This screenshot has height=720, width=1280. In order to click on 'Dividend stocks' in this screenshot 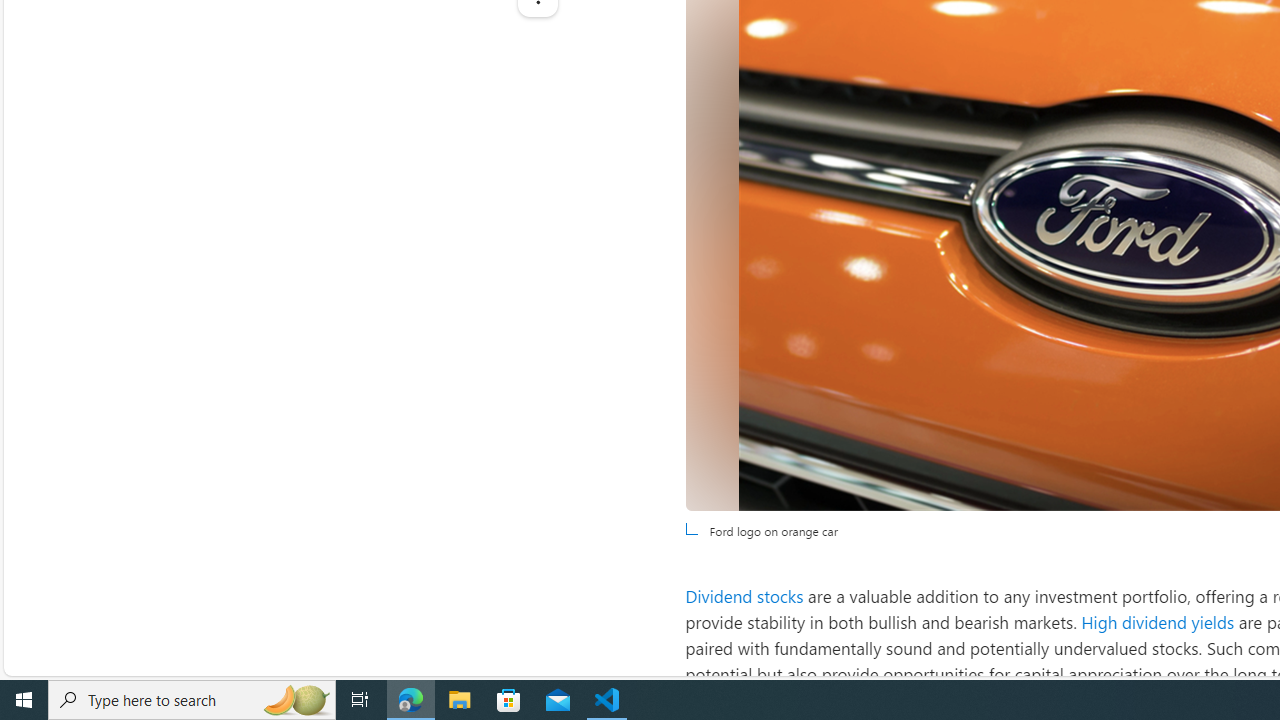, I will do `click(743, 594)`.